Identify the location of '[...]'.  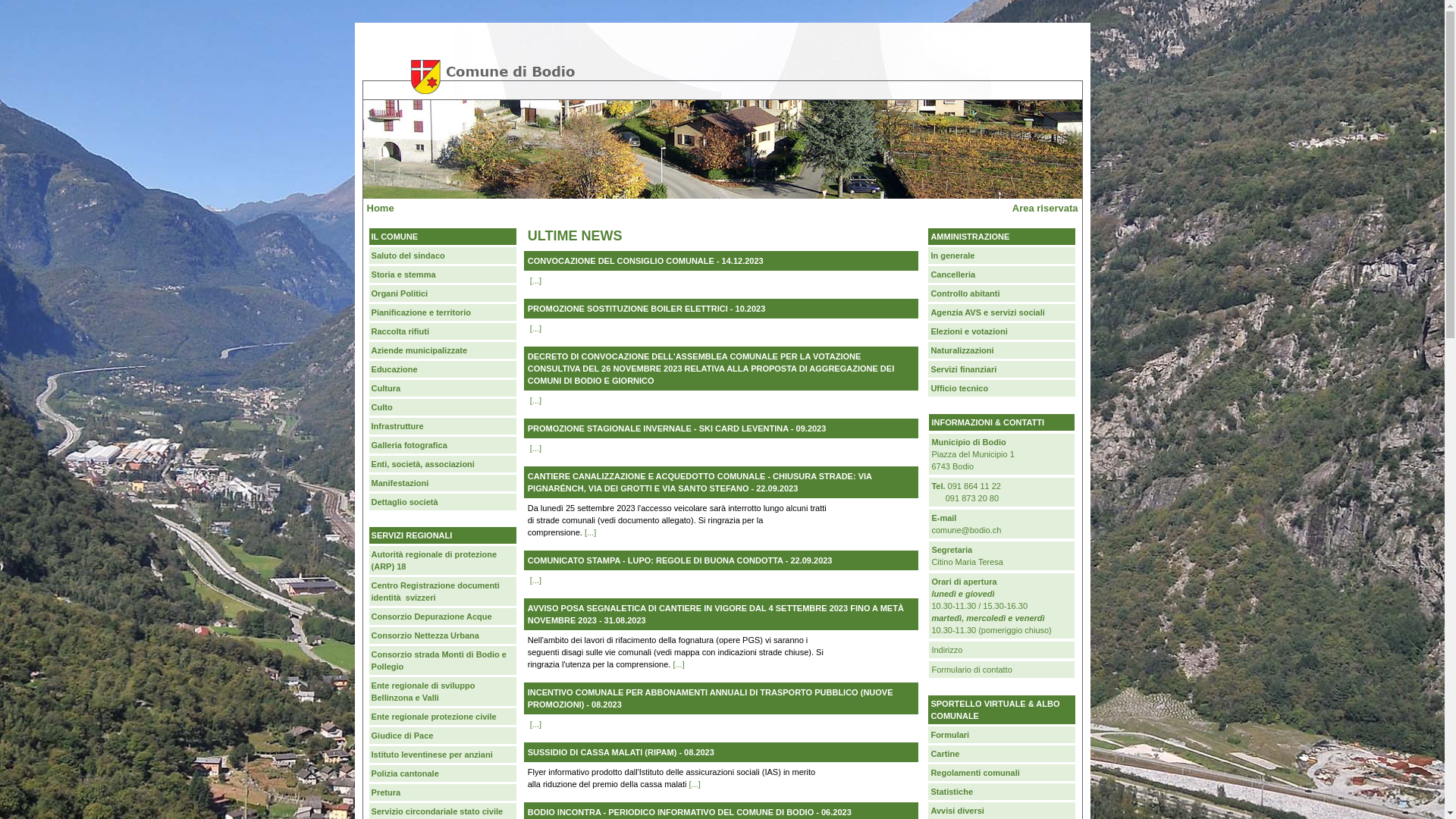
(535, 281).